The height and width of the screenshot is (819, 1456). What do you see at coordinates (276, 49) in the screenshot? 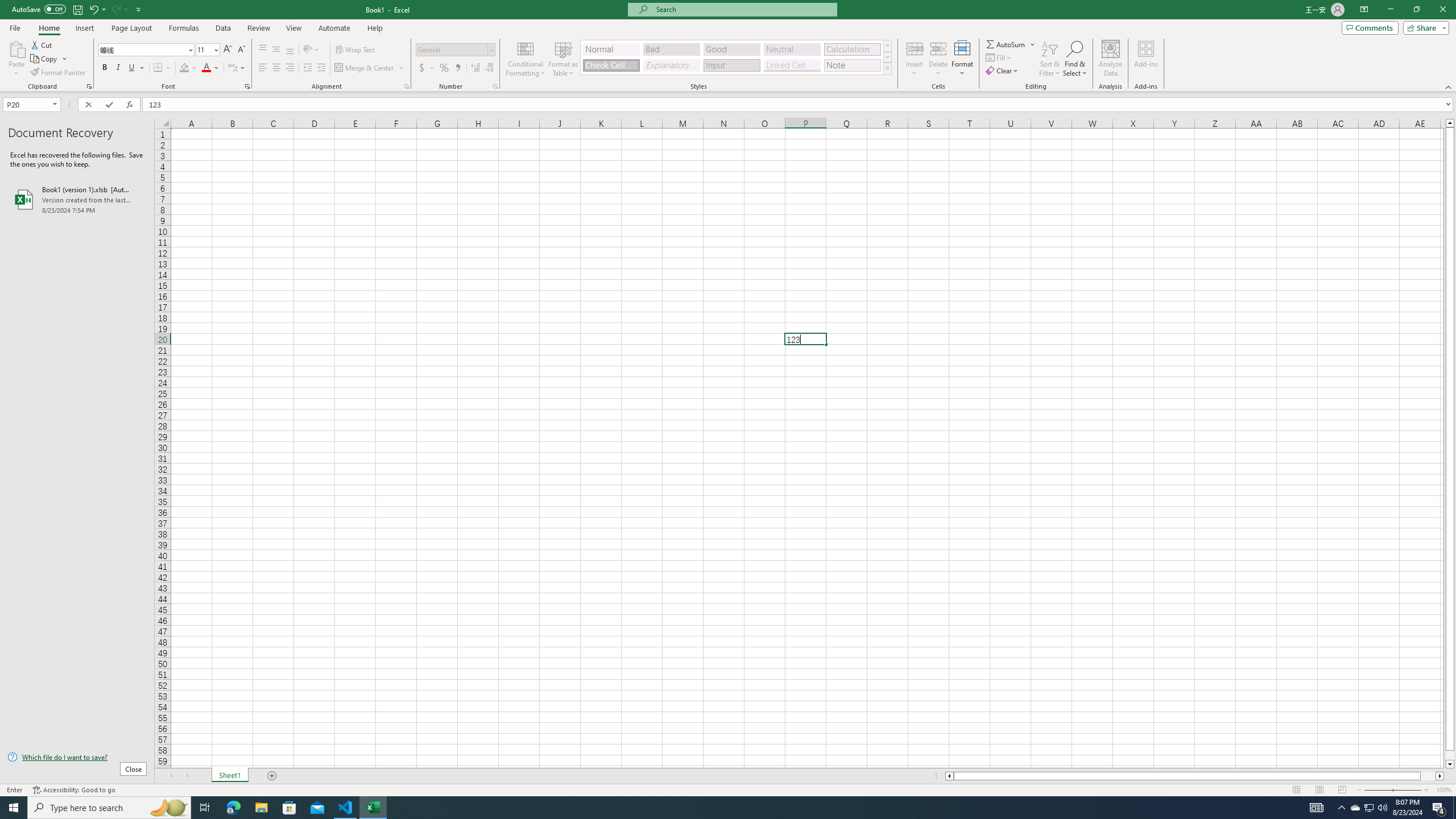
I see `'Middle Align'` at bounding box center [276, 49].